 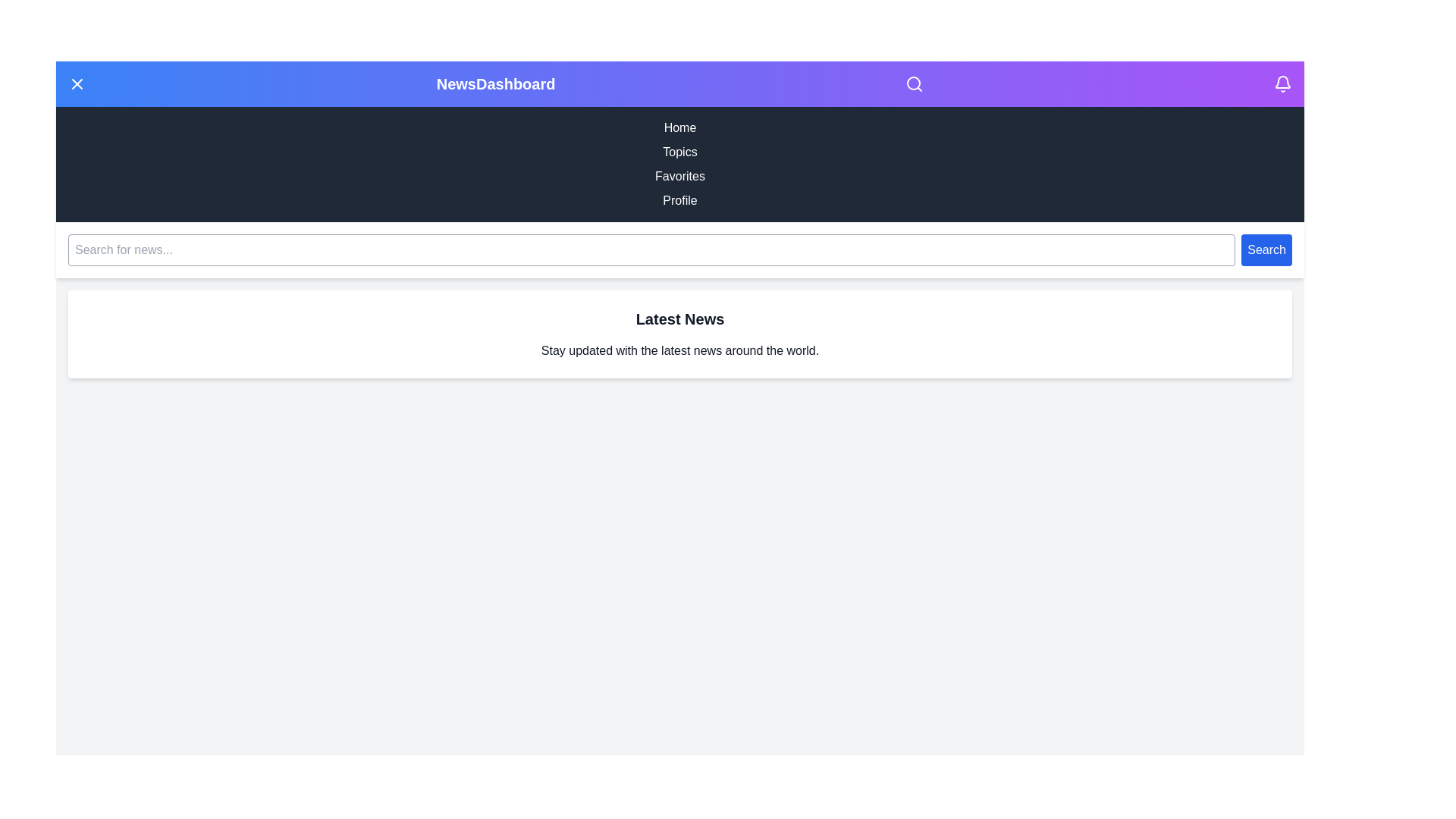 What do you see at coordinates (679, 175) in the screenshot?
I see `the navigation menu item Favorites` at bounding box center [679, 175].